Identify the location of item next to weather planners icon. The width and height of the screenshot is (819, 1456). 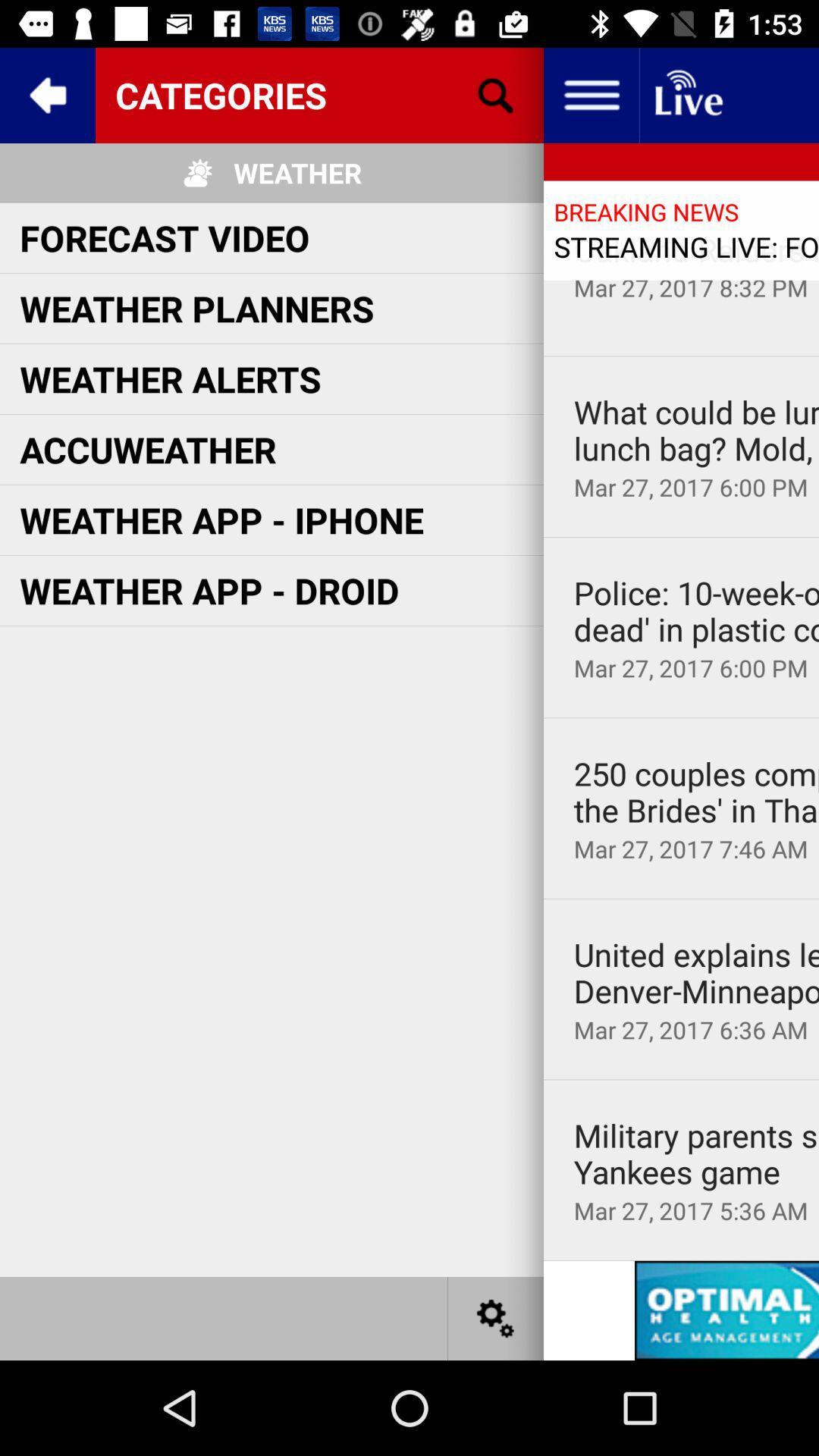
(696, 249).